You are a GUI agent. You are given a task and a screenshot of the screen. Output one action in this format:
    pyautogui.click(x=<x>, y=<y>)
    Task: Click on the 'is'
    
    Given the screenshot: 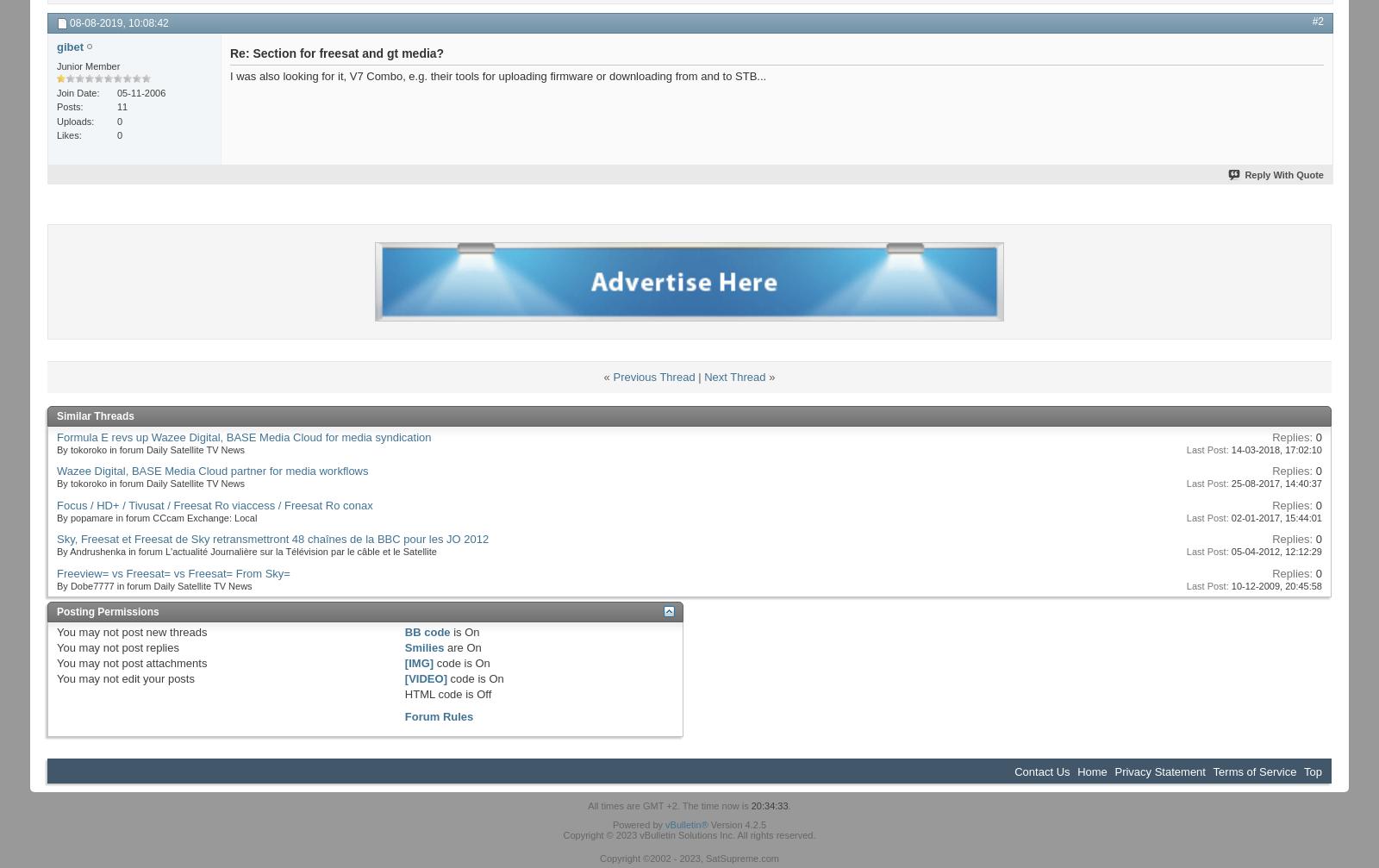 What is the action you would take?
    pyautogui.click(x=448, y=631)
    